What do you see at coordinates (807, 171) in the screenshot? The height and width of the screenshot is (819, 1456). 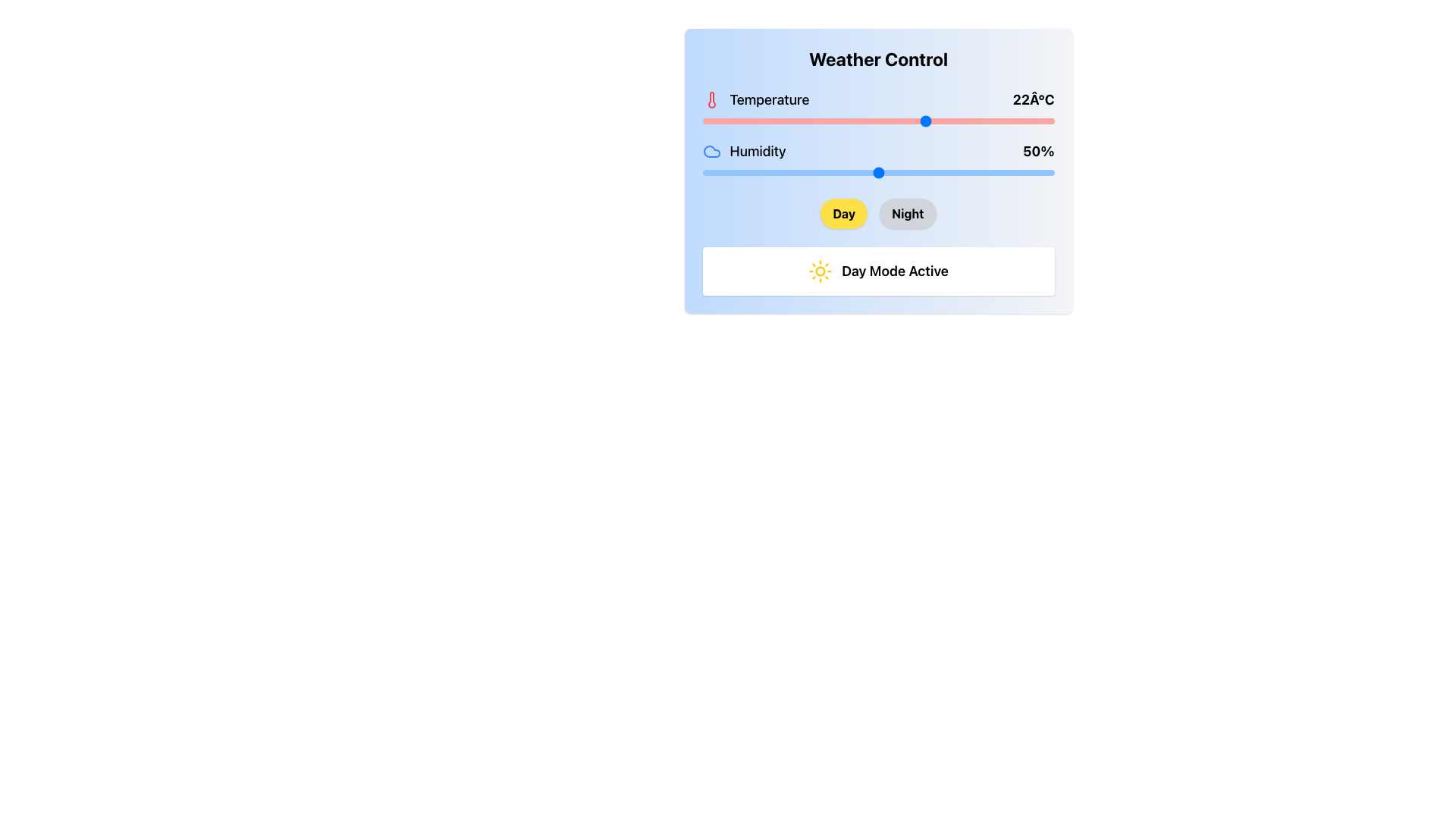 I see `the humidity level` at bounding box center [807, 171].